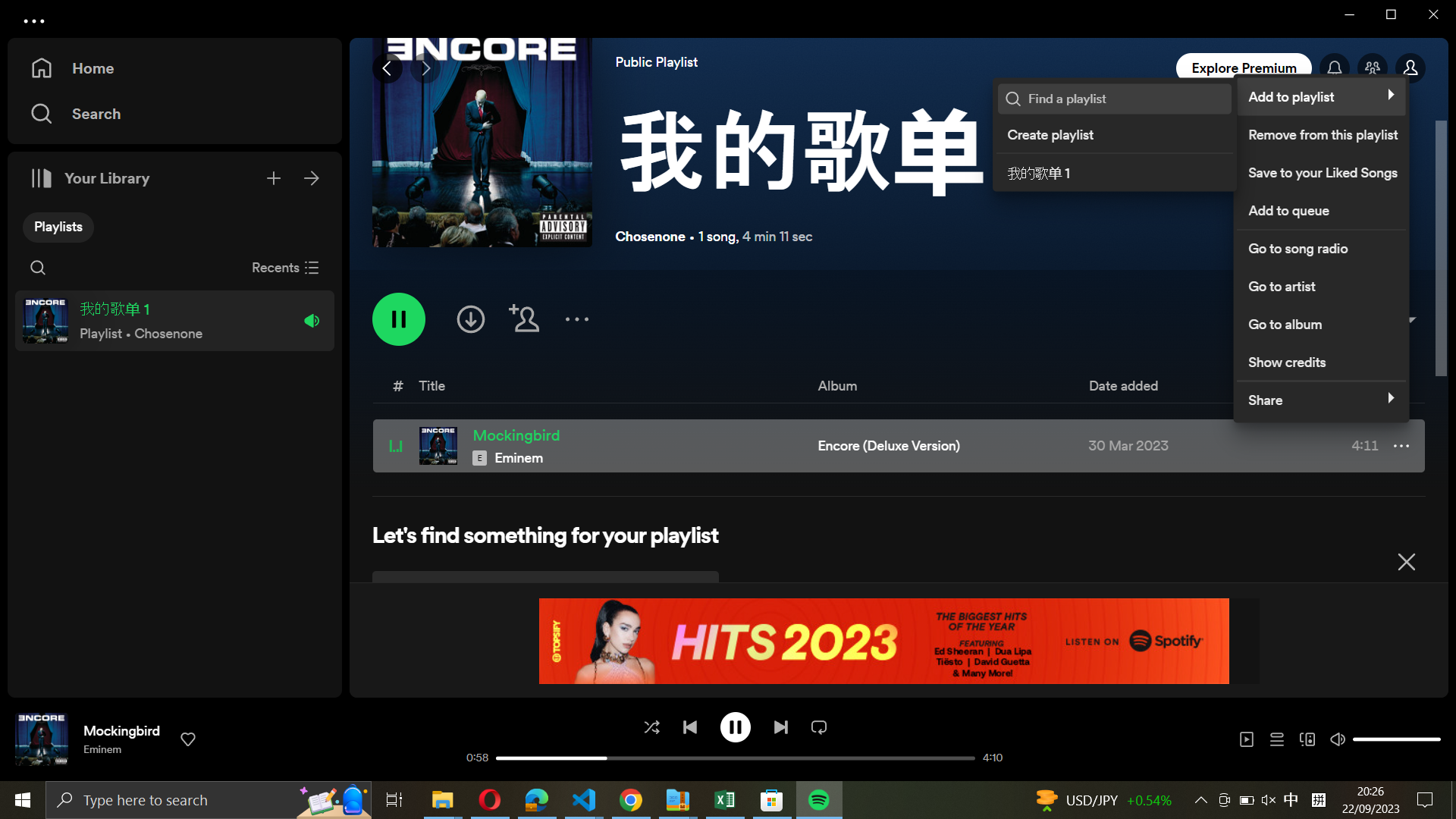  What do you see at coordinates (1319, 284) in the screenshot?
I see `the artist category` at bounding box center [1319, 284].